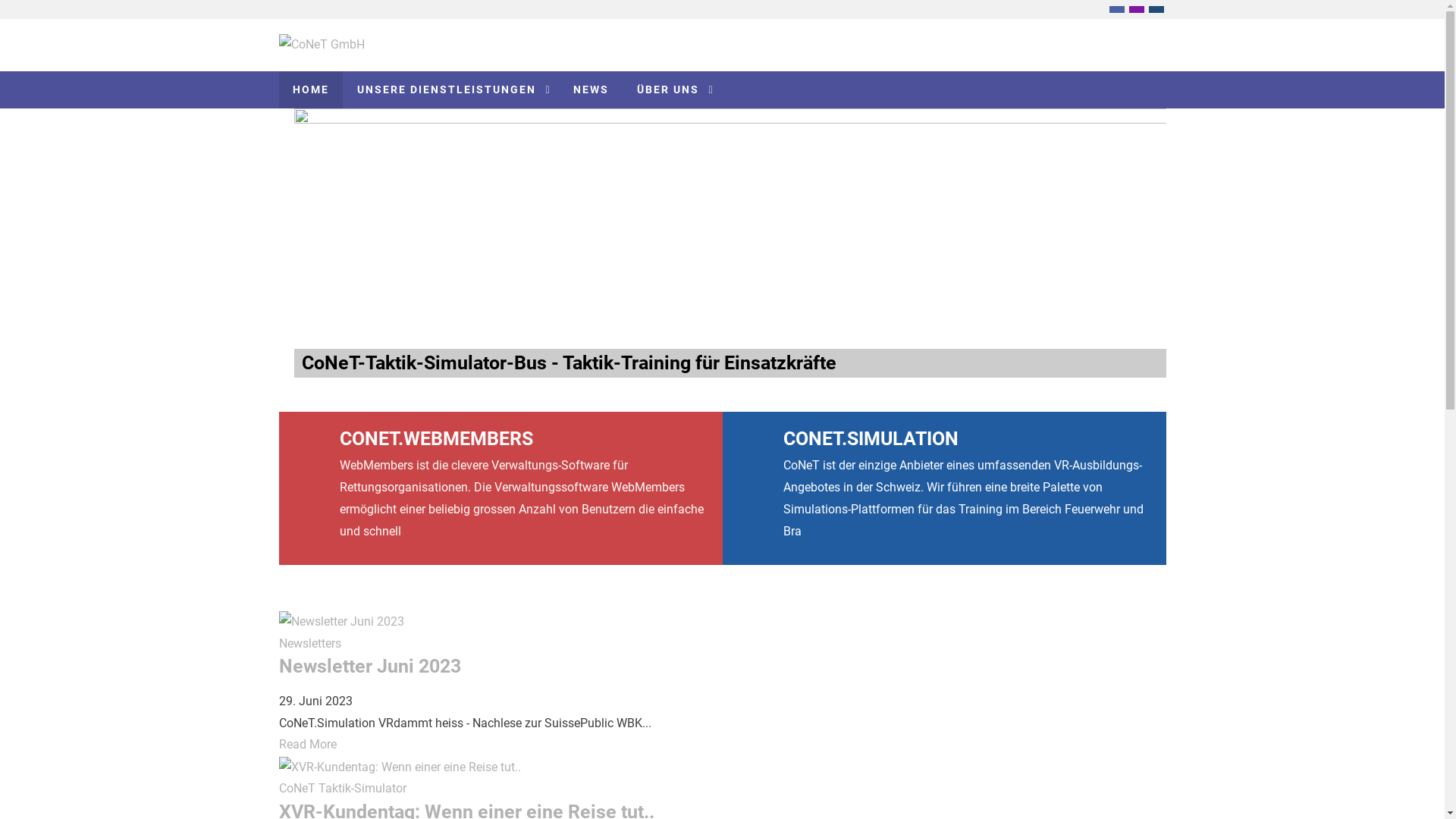 The height and width of the screenshot is (819, 1456). I want to click on 'UNSERE DIENSTLEISTUNGEN', so click(450, 89).